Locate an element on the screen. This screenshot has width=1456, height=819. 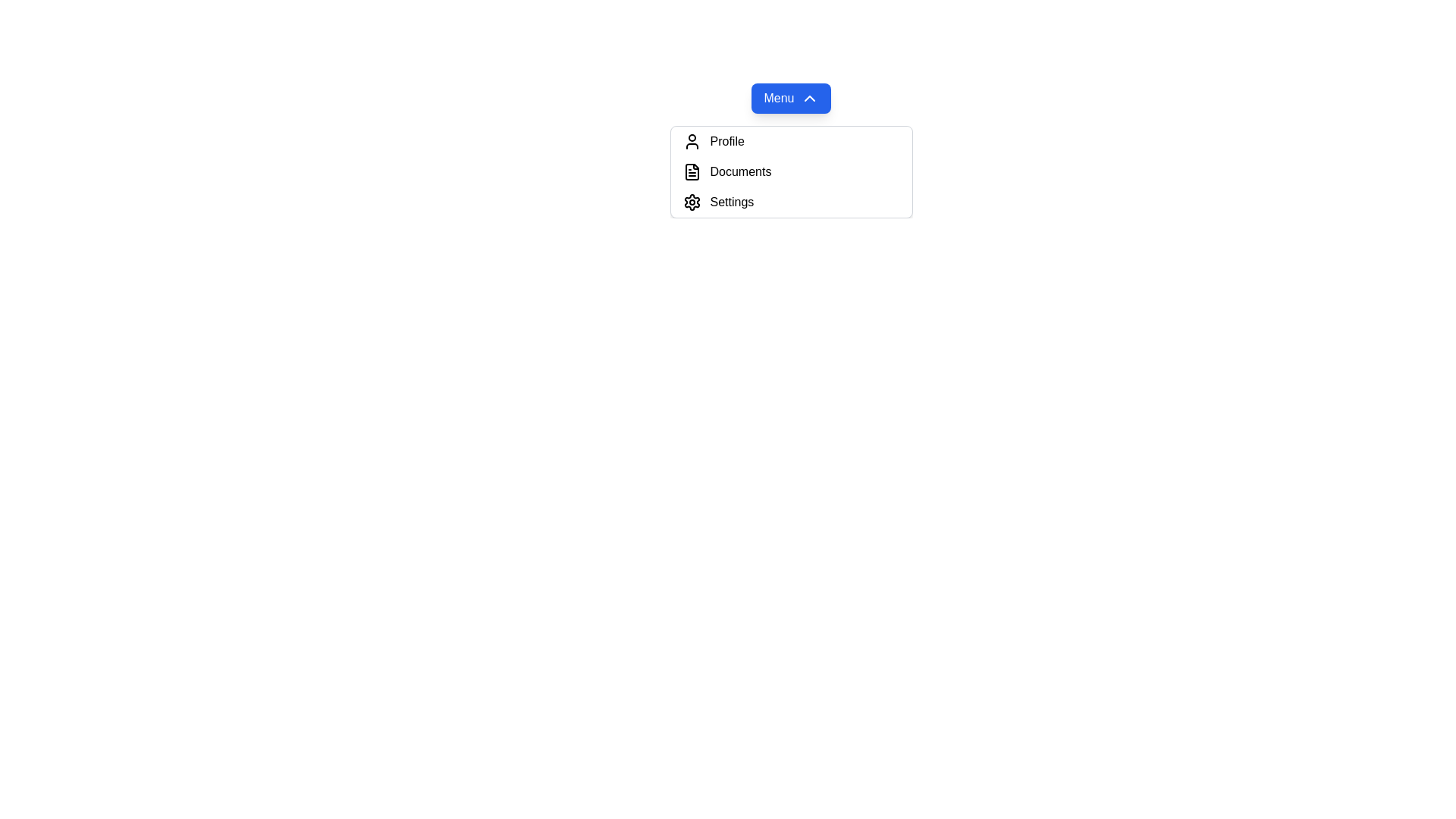
the 'Profile' icon in the dropdown menu, which is located to the left of the text label 'Profile' at the topmost row of menu items is located at coordinates (691, 141).